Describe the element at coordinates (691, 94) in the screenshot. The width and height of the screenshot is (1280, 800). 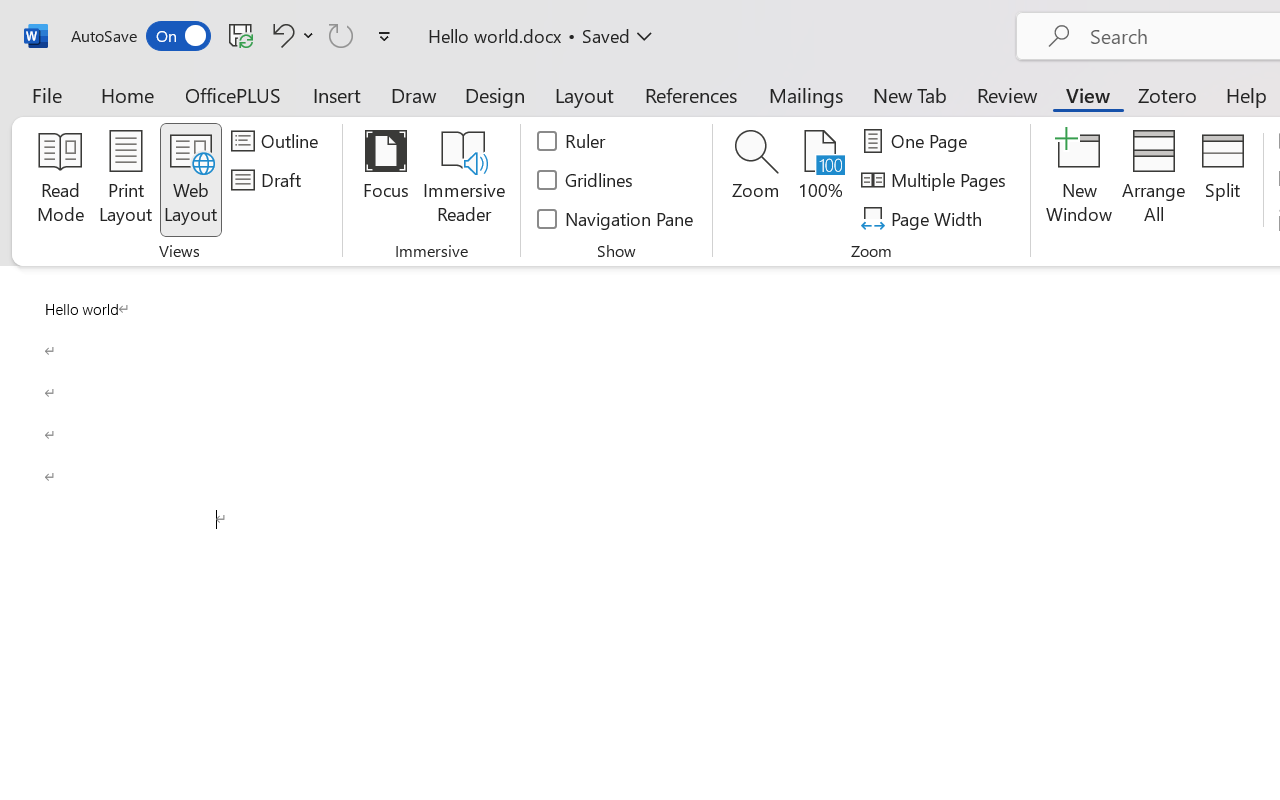
I see `'References'` at that location.